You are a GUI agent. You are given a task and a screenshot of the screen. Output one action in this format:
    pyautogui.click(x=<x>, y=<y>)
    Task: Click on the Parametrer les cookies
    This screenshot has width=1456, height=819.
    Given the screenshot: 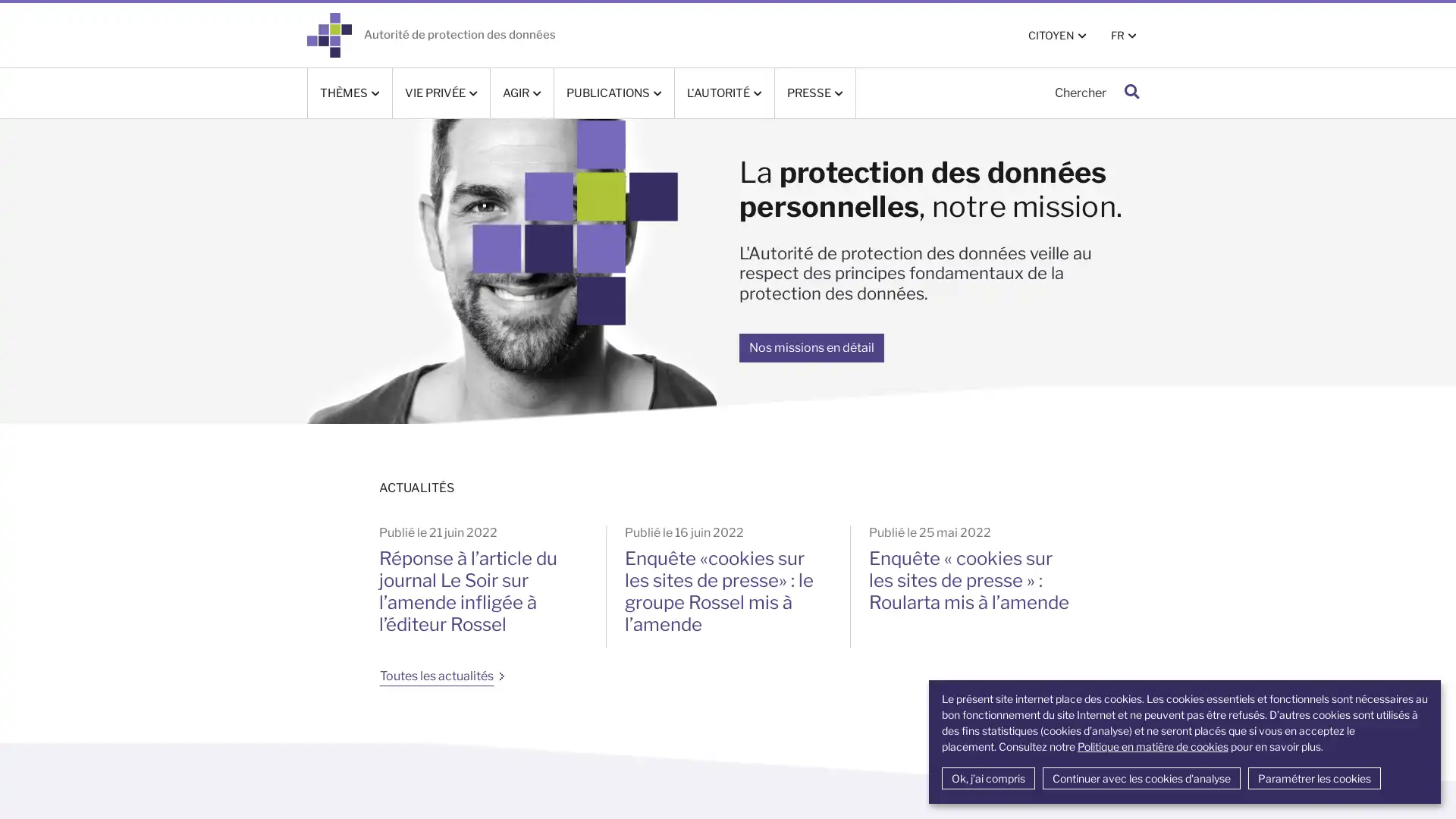 What is the action you would take?
    pyautogui.click(x=1313, y=778)
    